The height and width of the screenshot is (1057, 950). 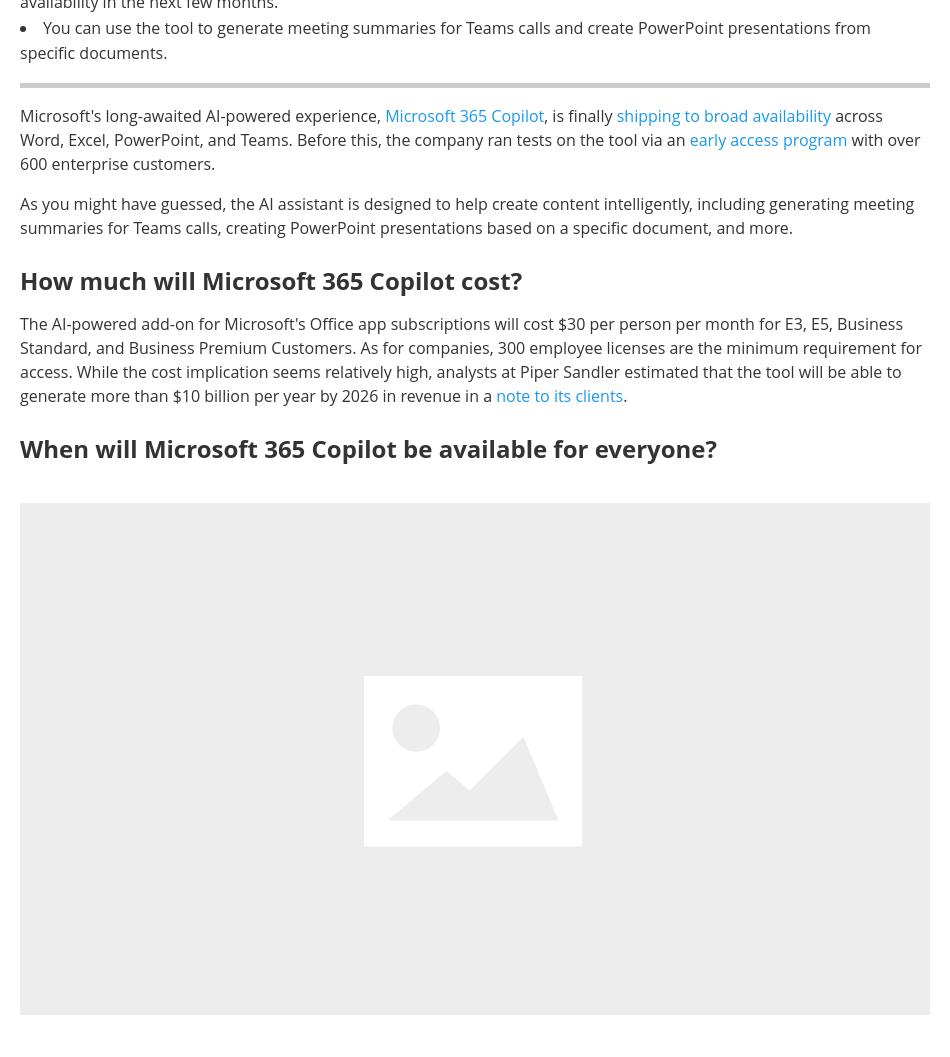 What do you see at coordinates (579, 114) in the screenshot?
I see `', is finally'` at bounding box center [579, 114].